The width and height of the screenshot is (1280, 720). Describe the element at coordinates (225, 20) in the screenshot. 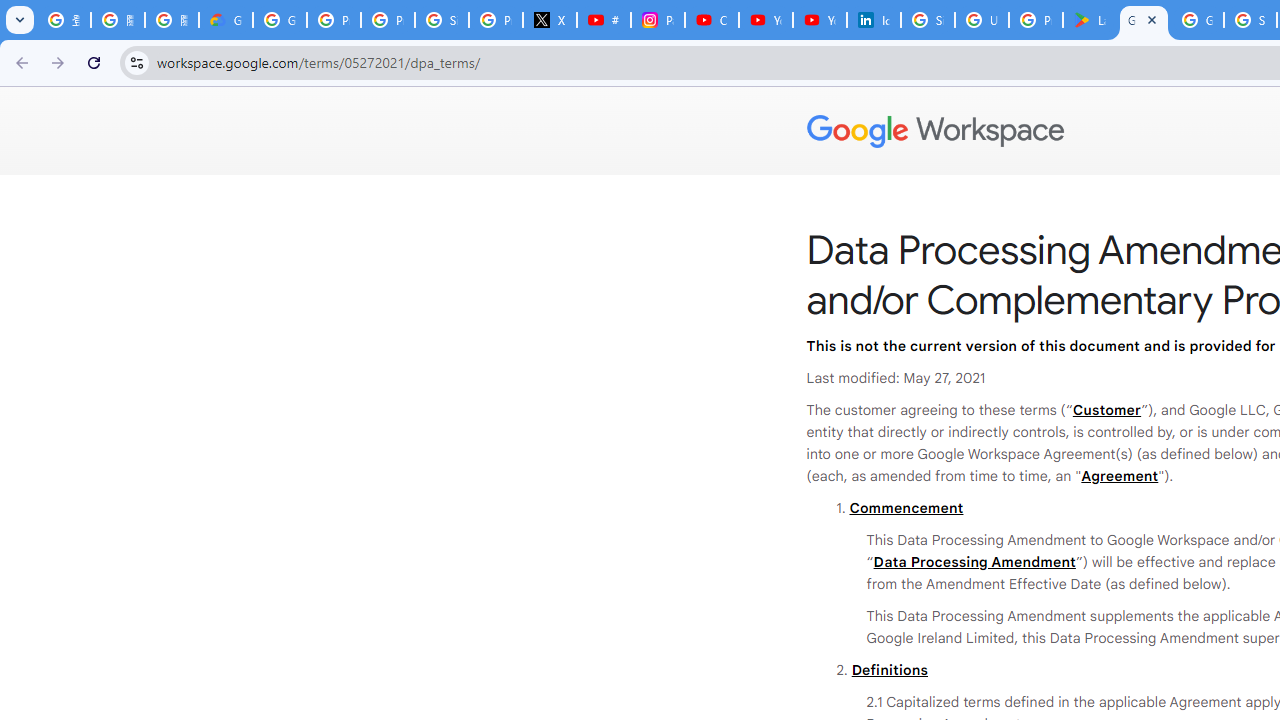

I see `'Google Cloud Privacy Notice'` at that location.